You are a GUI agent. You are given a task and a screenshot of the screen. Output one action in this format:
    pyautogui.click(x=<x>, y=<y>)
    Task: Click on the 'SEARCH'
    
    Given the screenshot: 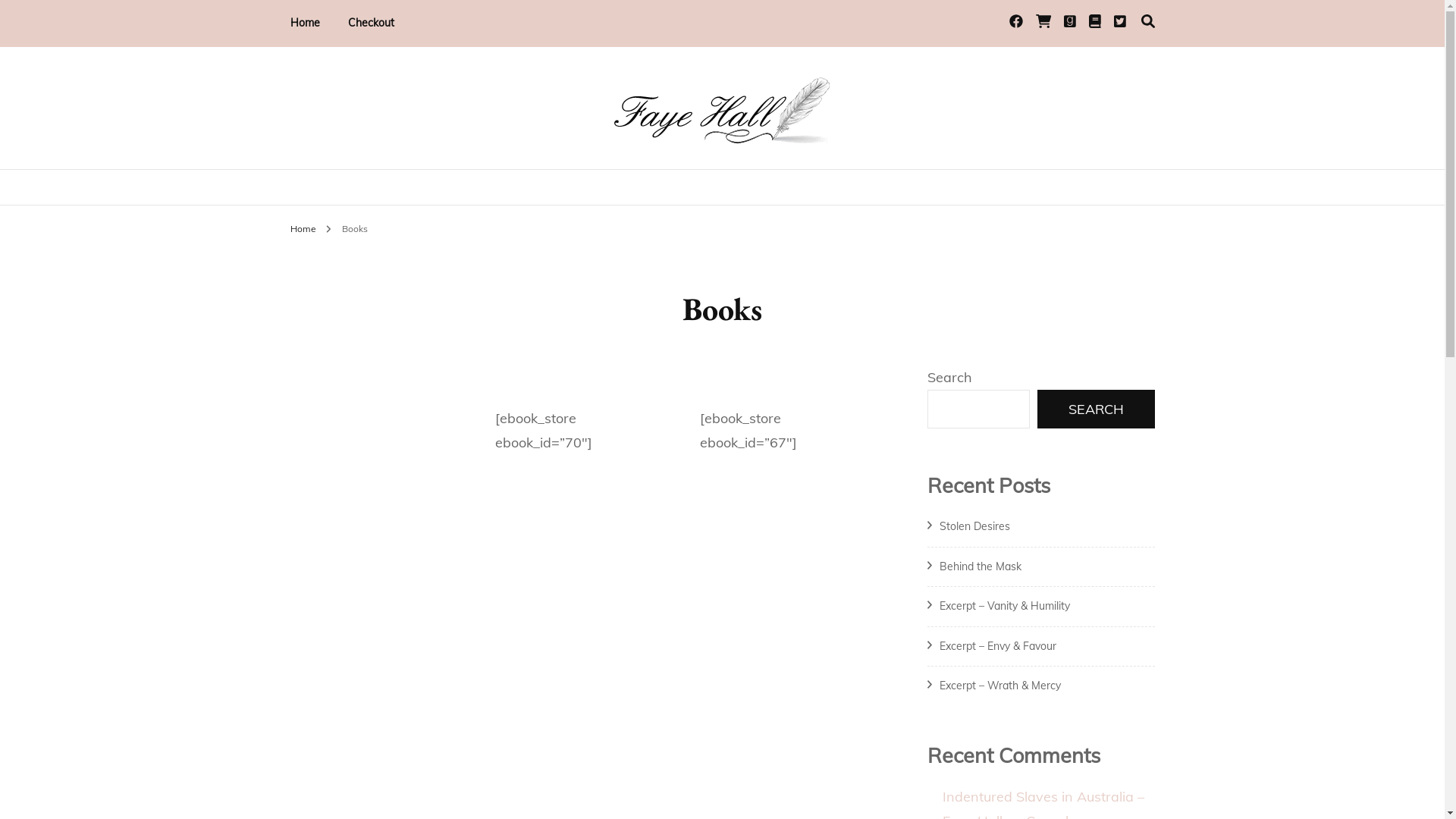 What is the action you would take?
    pyautogui.click(x=1096, y=409)
    